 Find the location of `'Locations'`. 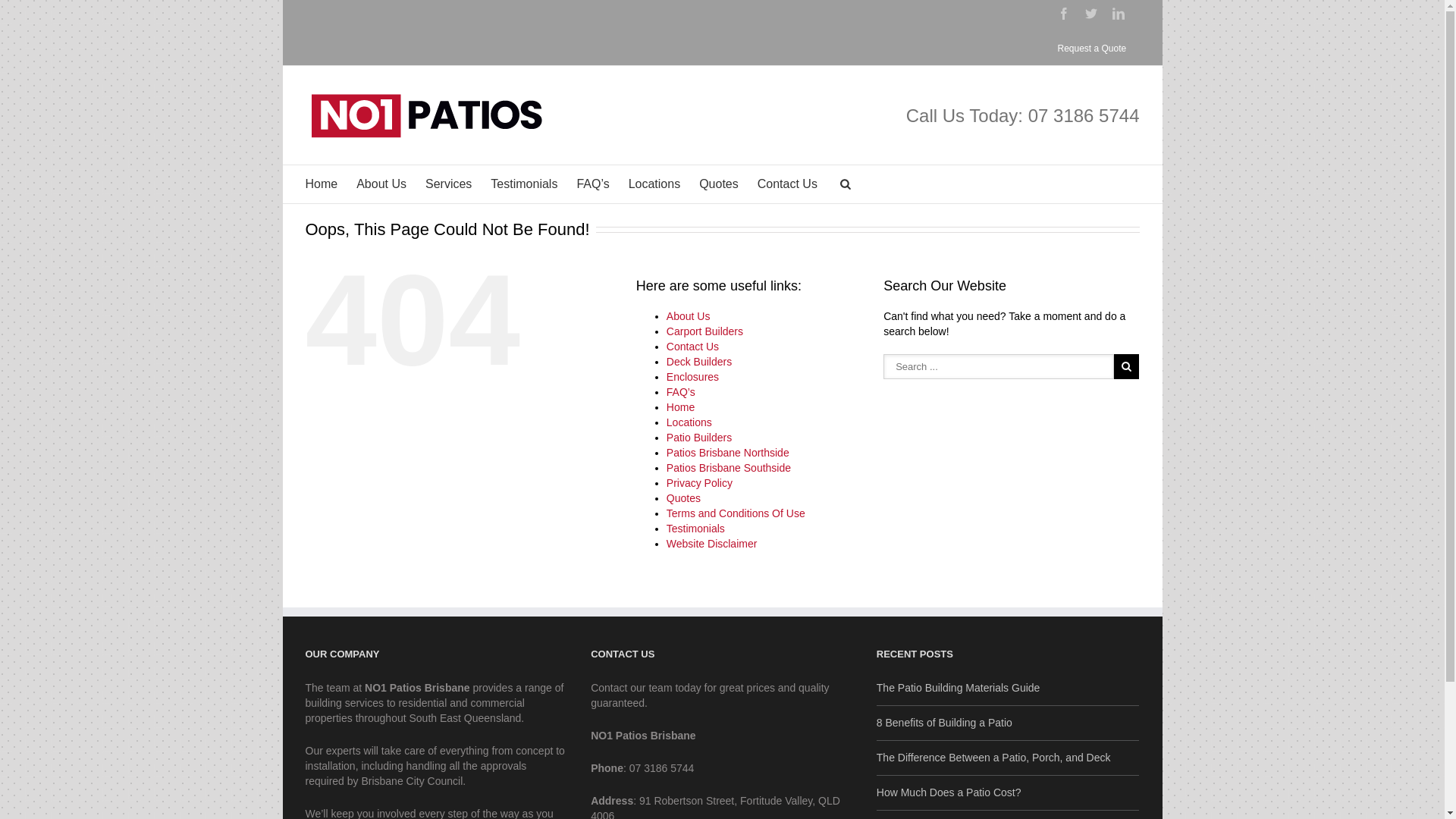

'Locations' is located at coordinates (654, 184).